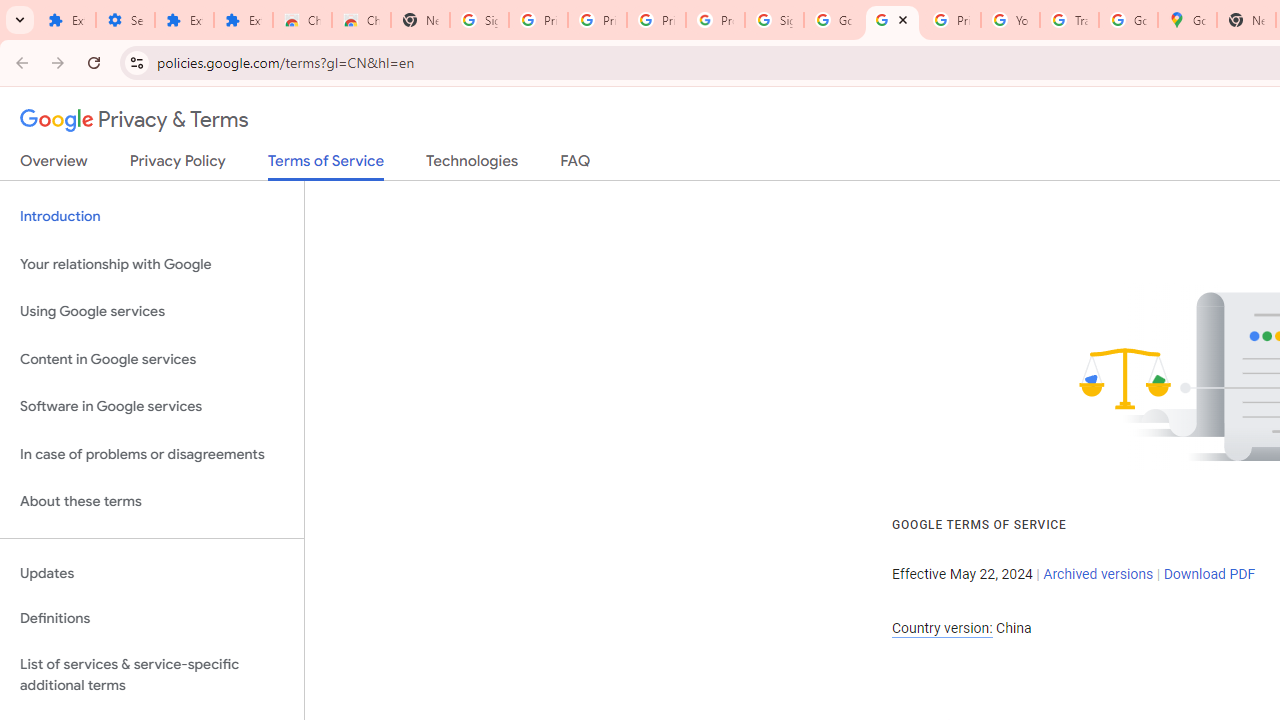 The image size is (1280, 720). I want to click on 'Country version:', so click(941, 627).